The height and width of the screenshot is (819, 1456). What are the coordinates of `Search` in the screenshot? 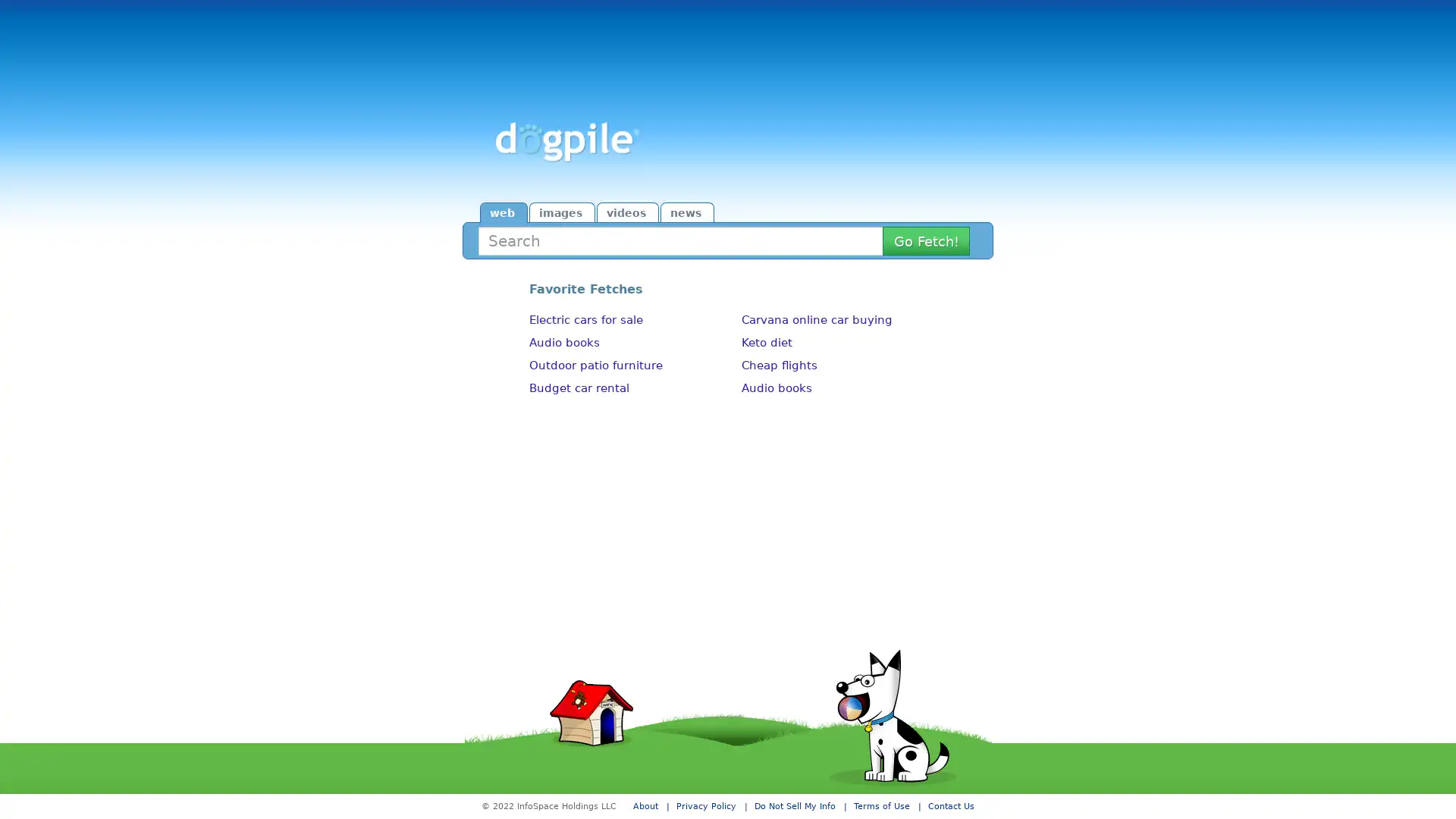 It's located at (925, 240).